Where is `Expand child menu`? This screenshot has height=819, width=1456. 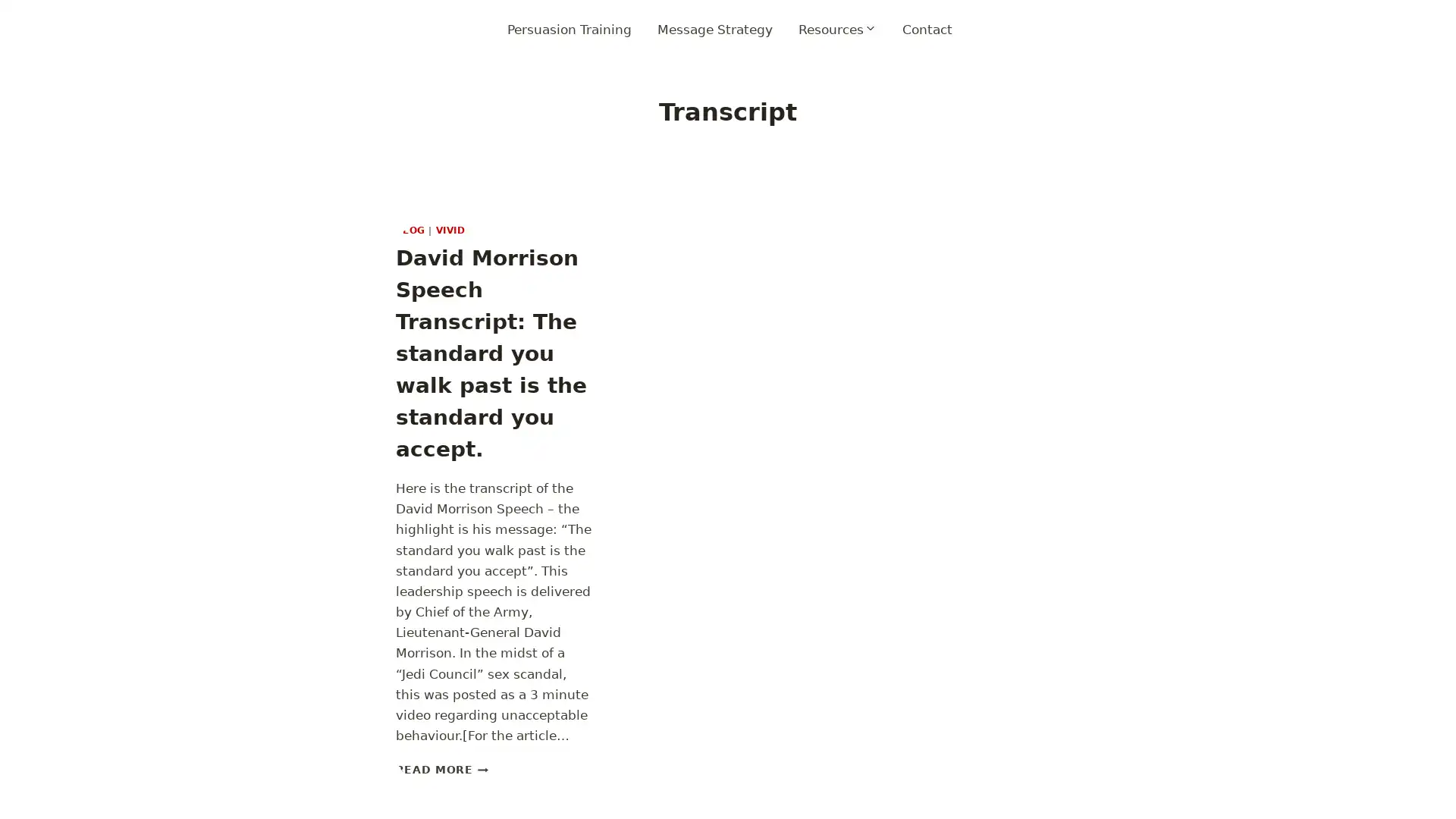
Expand child menu is located at coordinates (836, 30).